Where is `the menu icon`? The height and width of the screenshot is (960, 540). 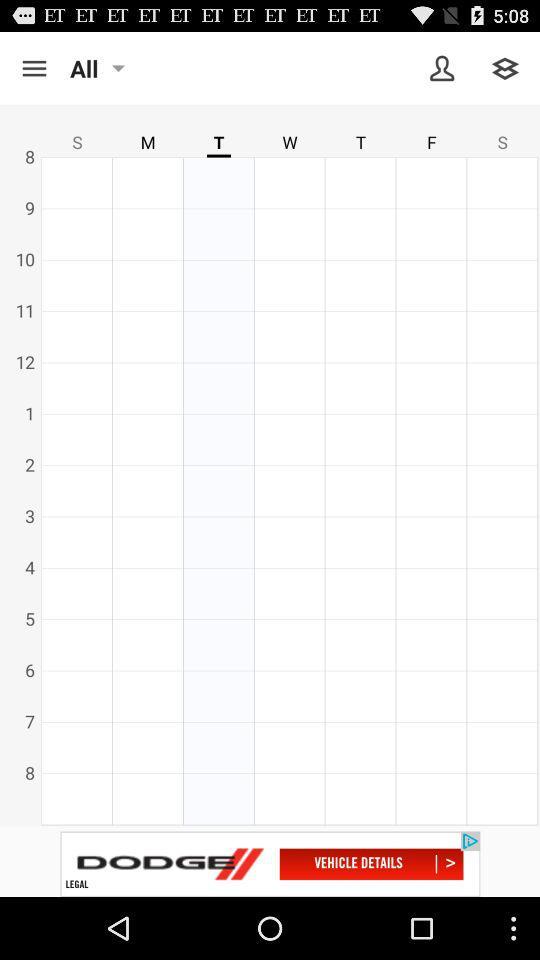 the menu icon is located at coordinates (33, 73).